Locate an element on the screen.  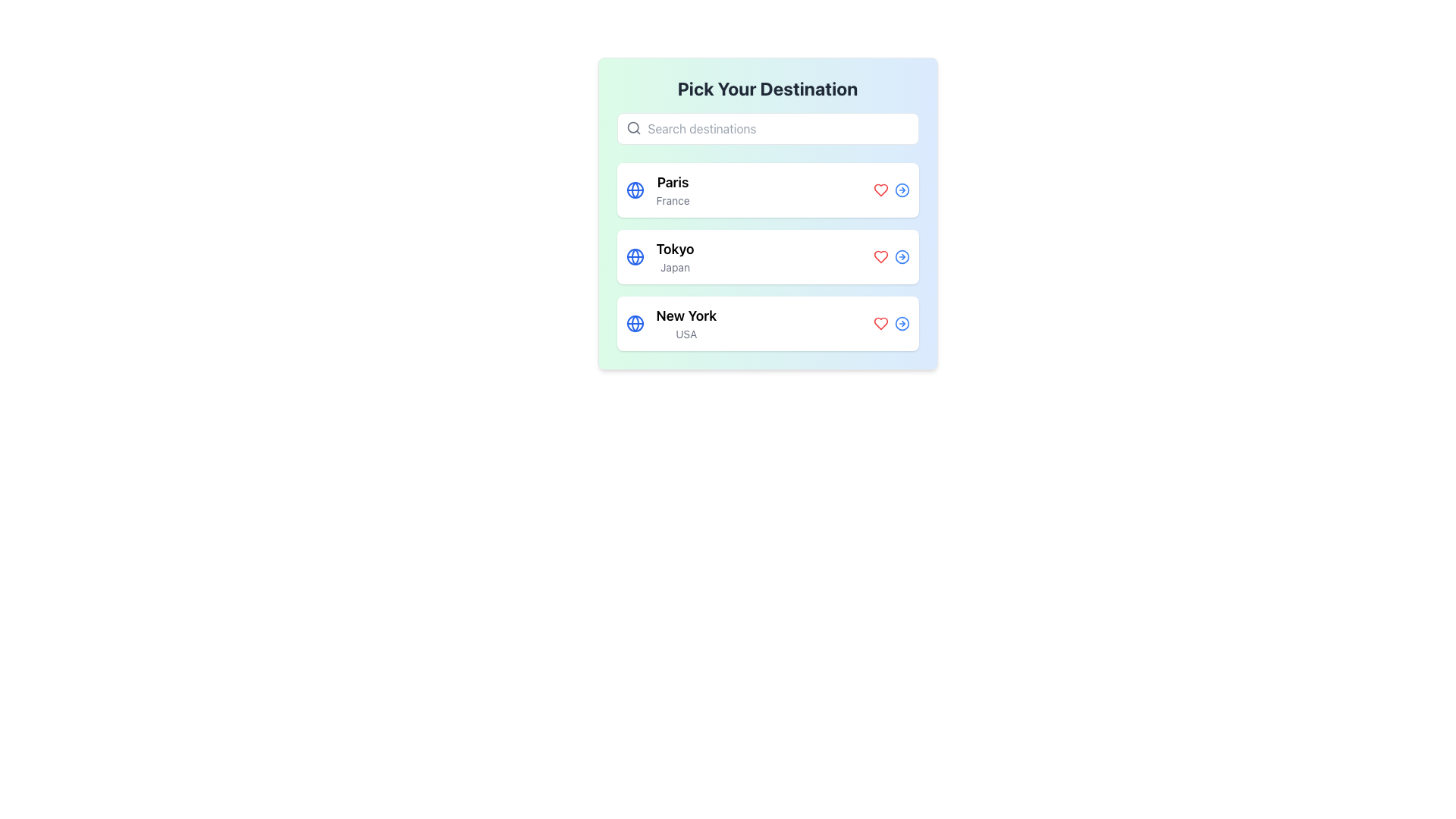
the text label or heading element that displays 'Tokyo' in bold, which is centrally positioned above its subtext 'Japan' in the second card of a vertical list is located at coordinates (674, 248).